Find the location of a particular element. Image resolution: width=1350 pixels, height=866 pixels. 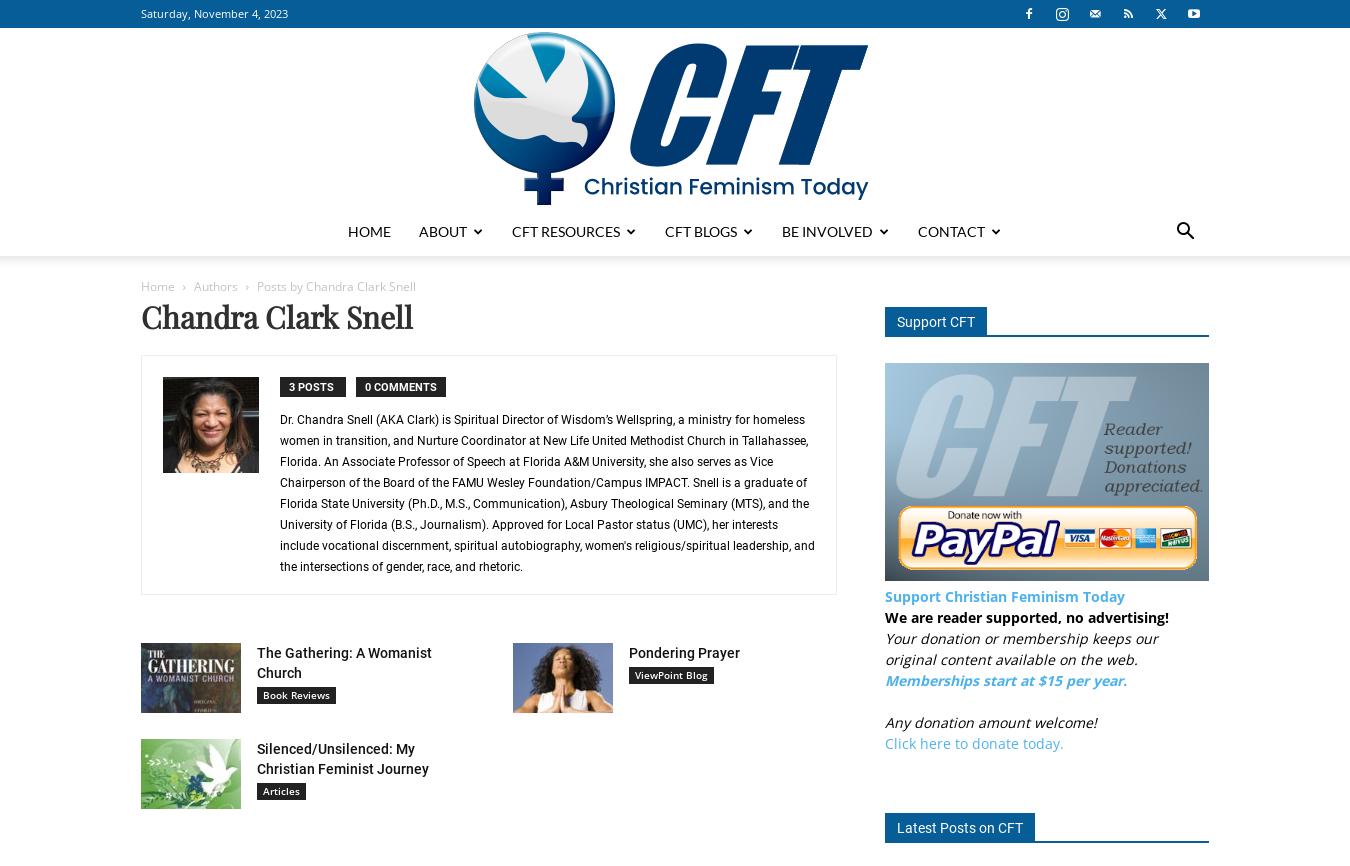

'Posts by Chandra Clark Snell' is located at coordinates (335, 285).